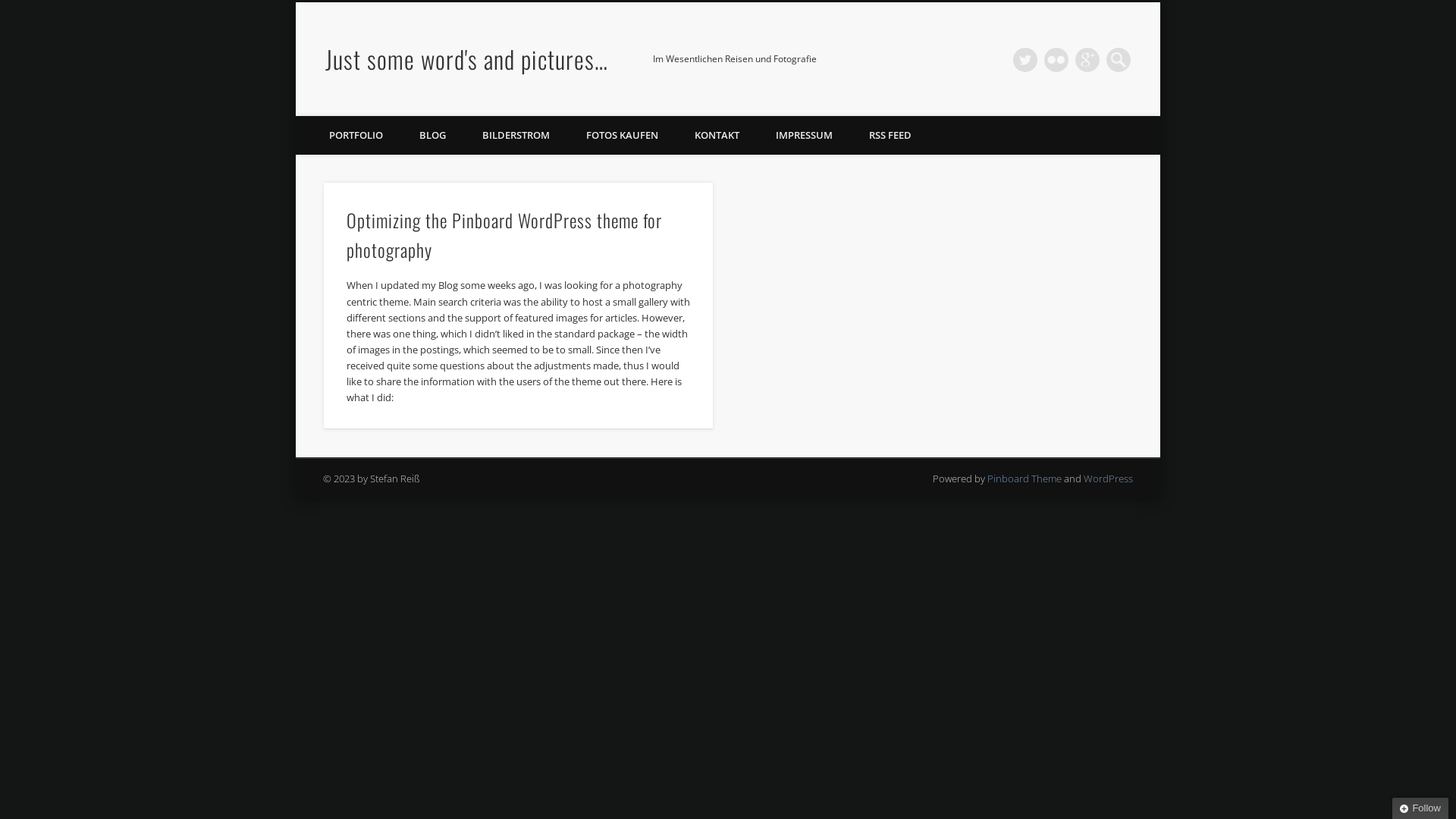  Describe the element at coordinates (1025, 58) in the screenshot. I see `'Twitter'` at that location.